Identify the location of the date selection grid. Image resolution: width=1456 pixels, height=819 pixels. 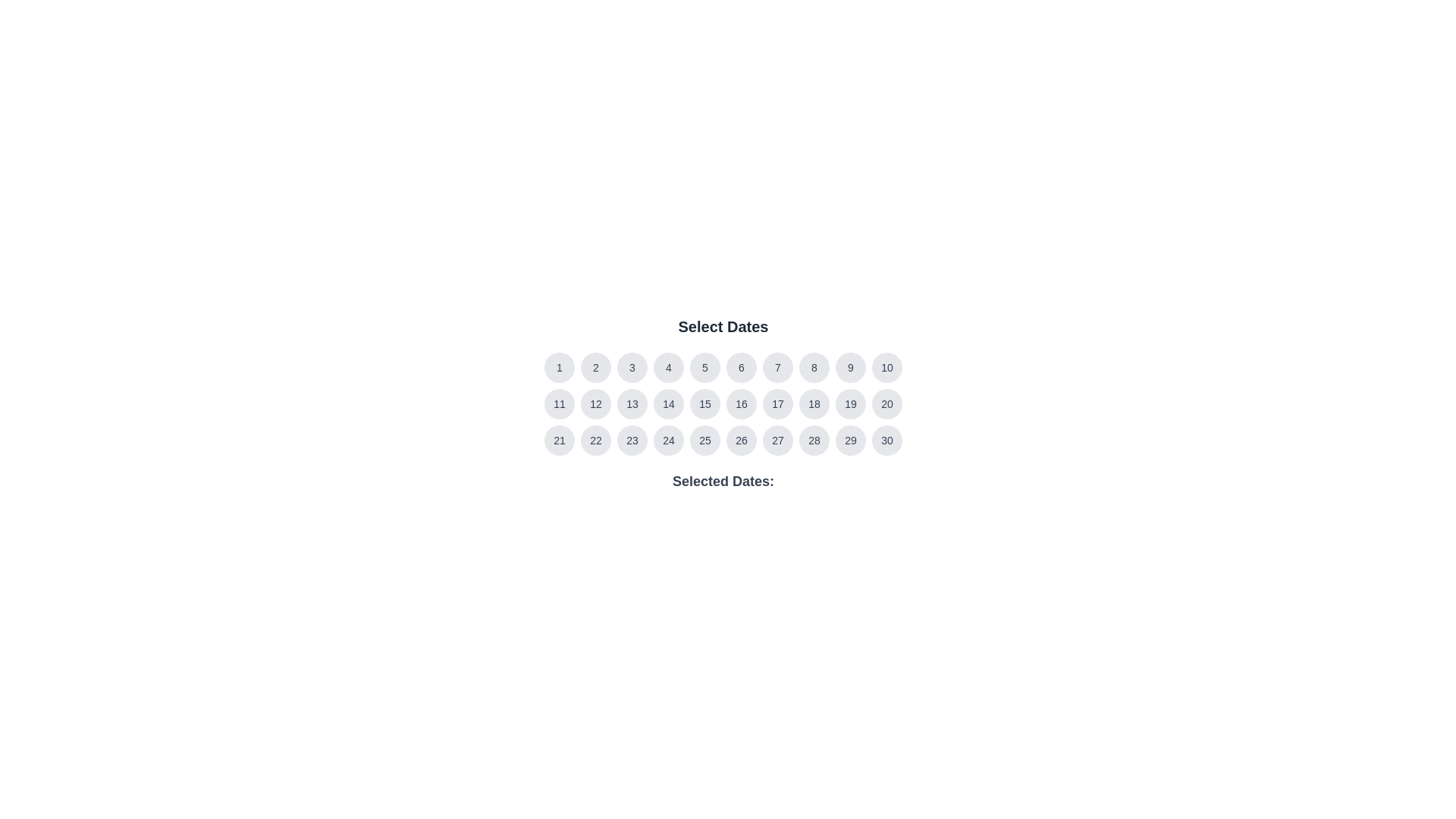
(723, 403).